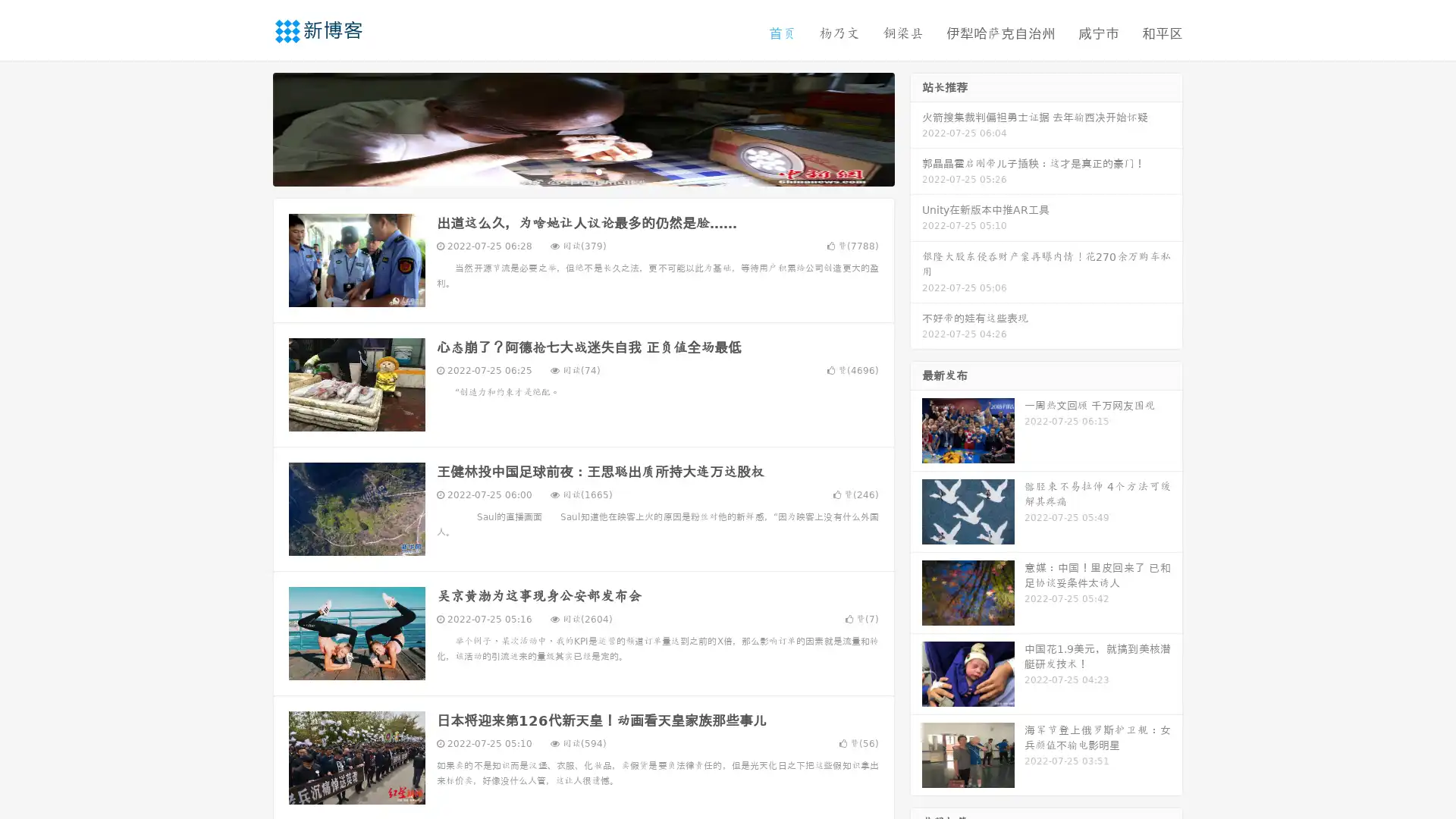 This screenshot has height=819, width=1456. Describe the element at coordinates (582, 171) in the screenshot. I see `Go to slide 2` at that location.